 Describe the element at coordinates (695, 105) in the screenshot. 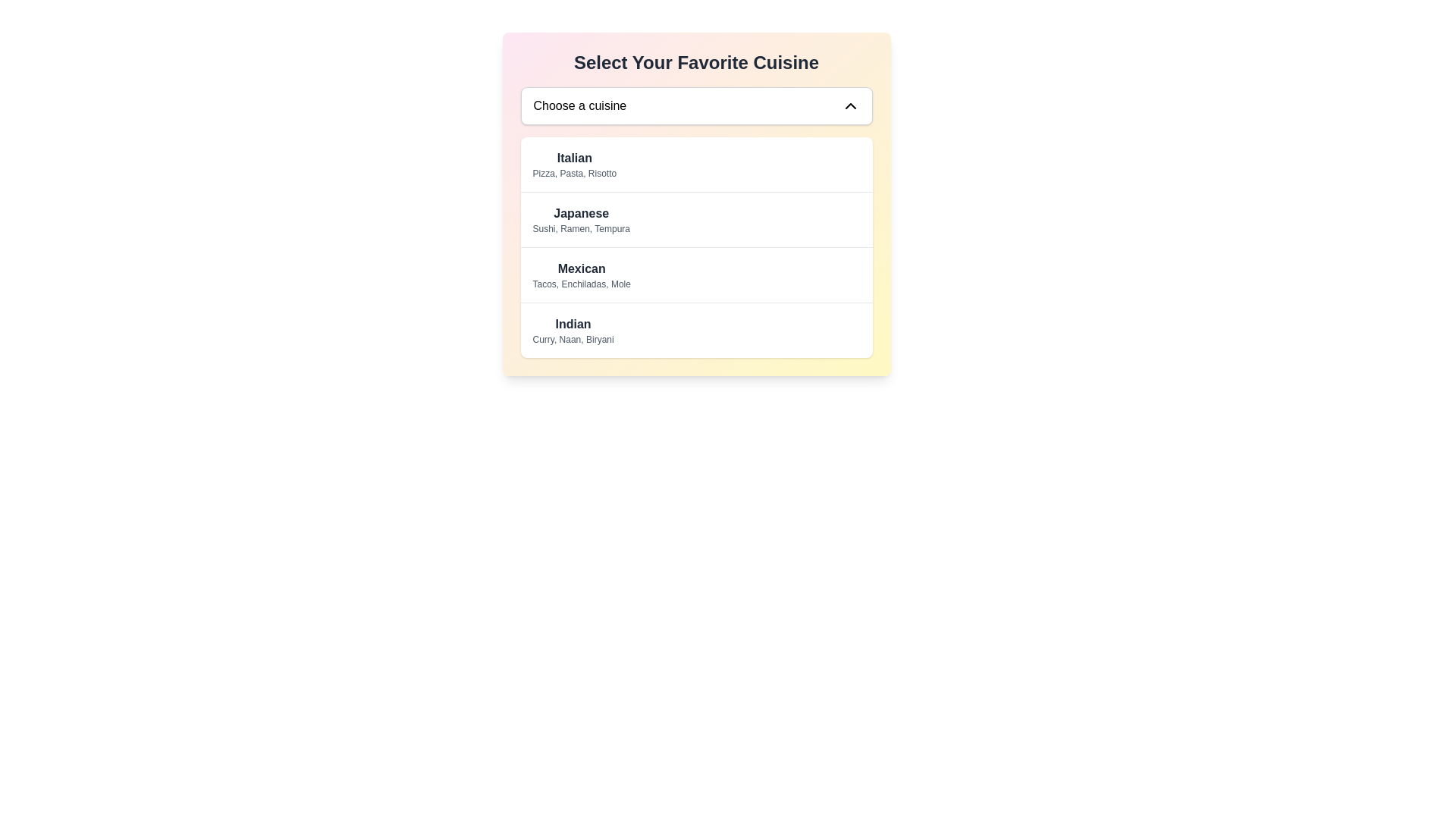

I see `the dropdown menu trigger located beneath the title 'Select Your Favorite Cuisine'` at that location.